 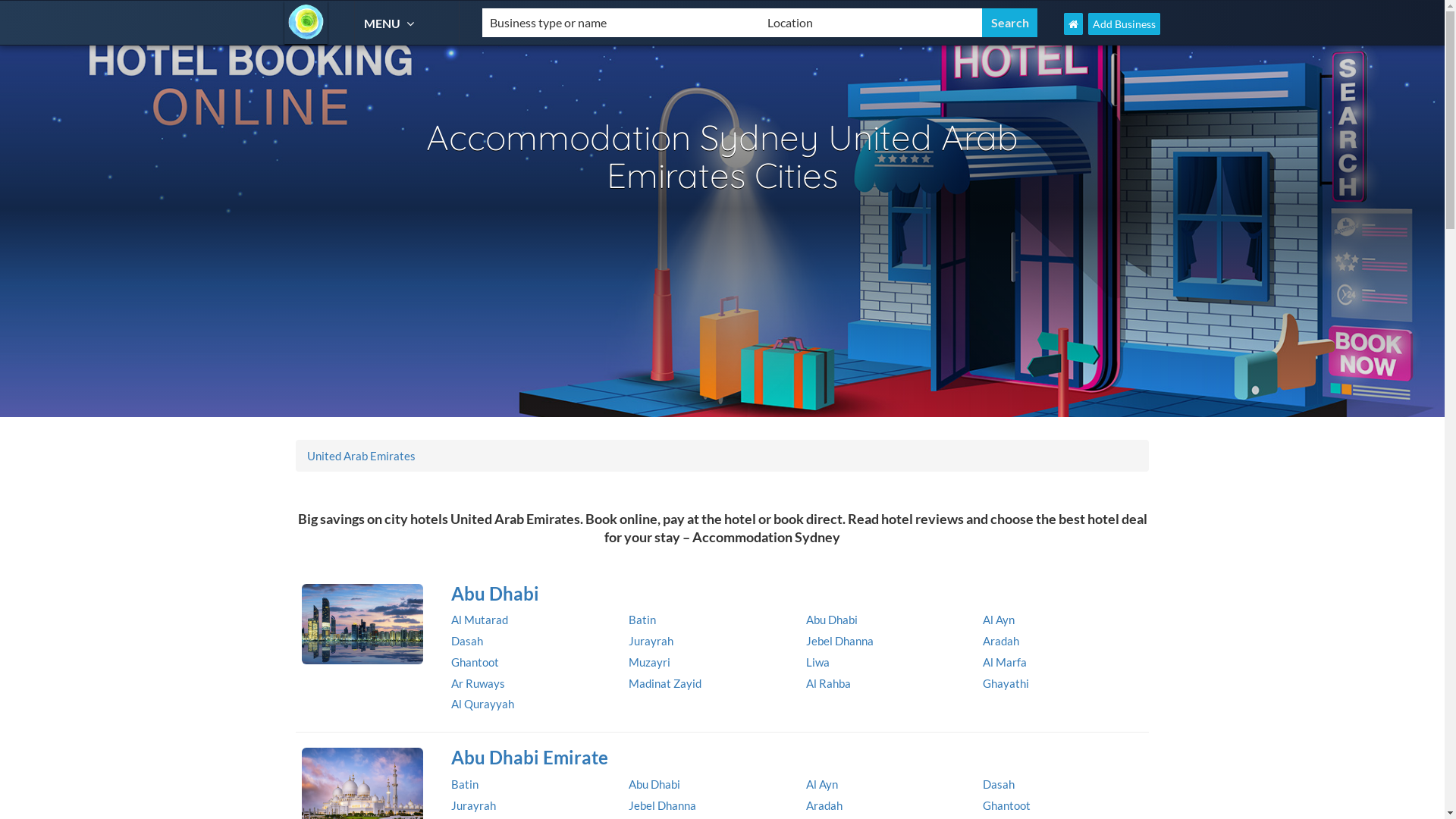 What do you see at coordinates (1009, 23) in the screenshot?
I see `'Search'` at bounding box center [1009, 23].